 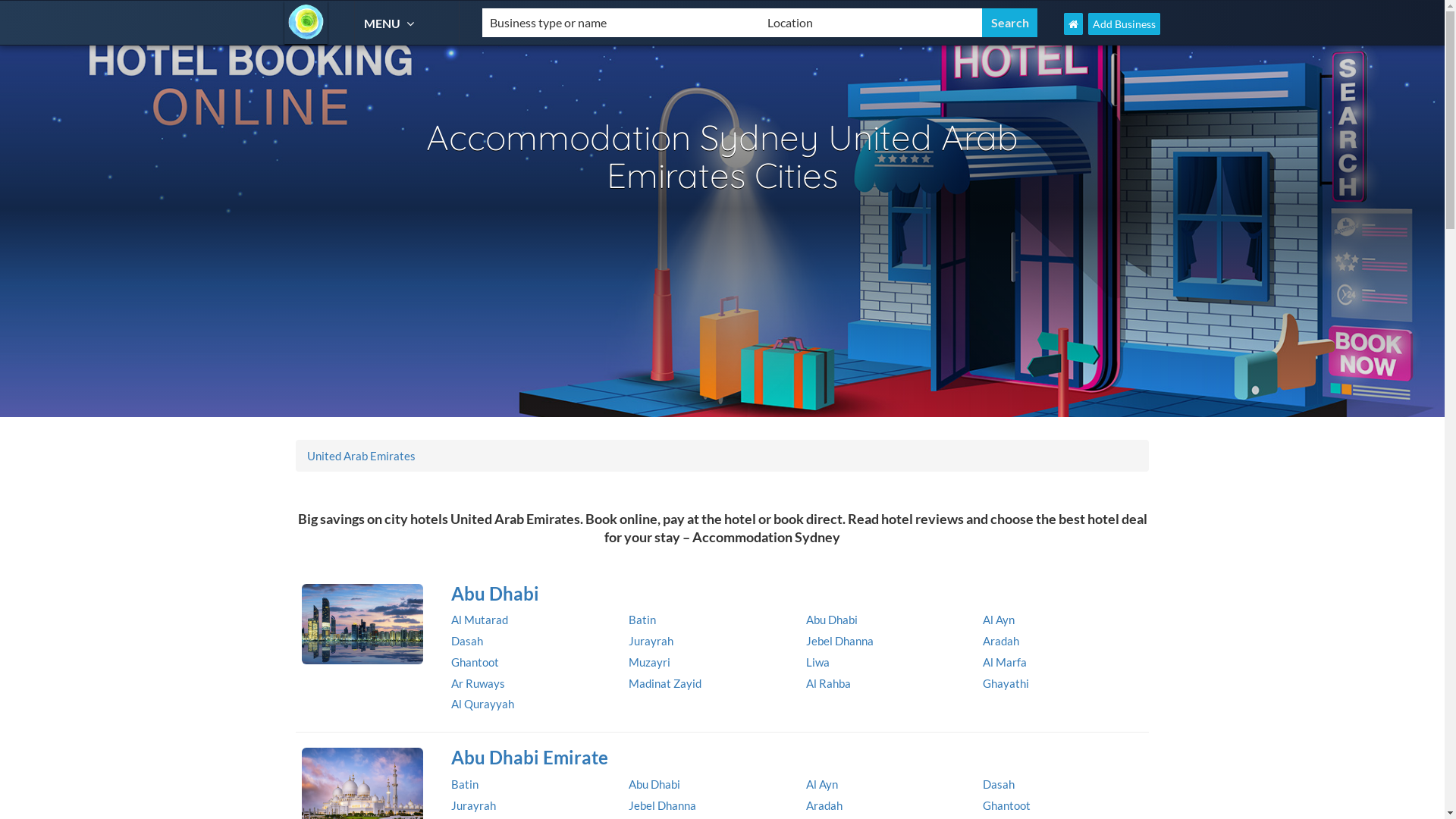 What do you see at coordinates (1009, 23) in the screenshot?
I see `'Search'` at bounding box center [1009, 23].